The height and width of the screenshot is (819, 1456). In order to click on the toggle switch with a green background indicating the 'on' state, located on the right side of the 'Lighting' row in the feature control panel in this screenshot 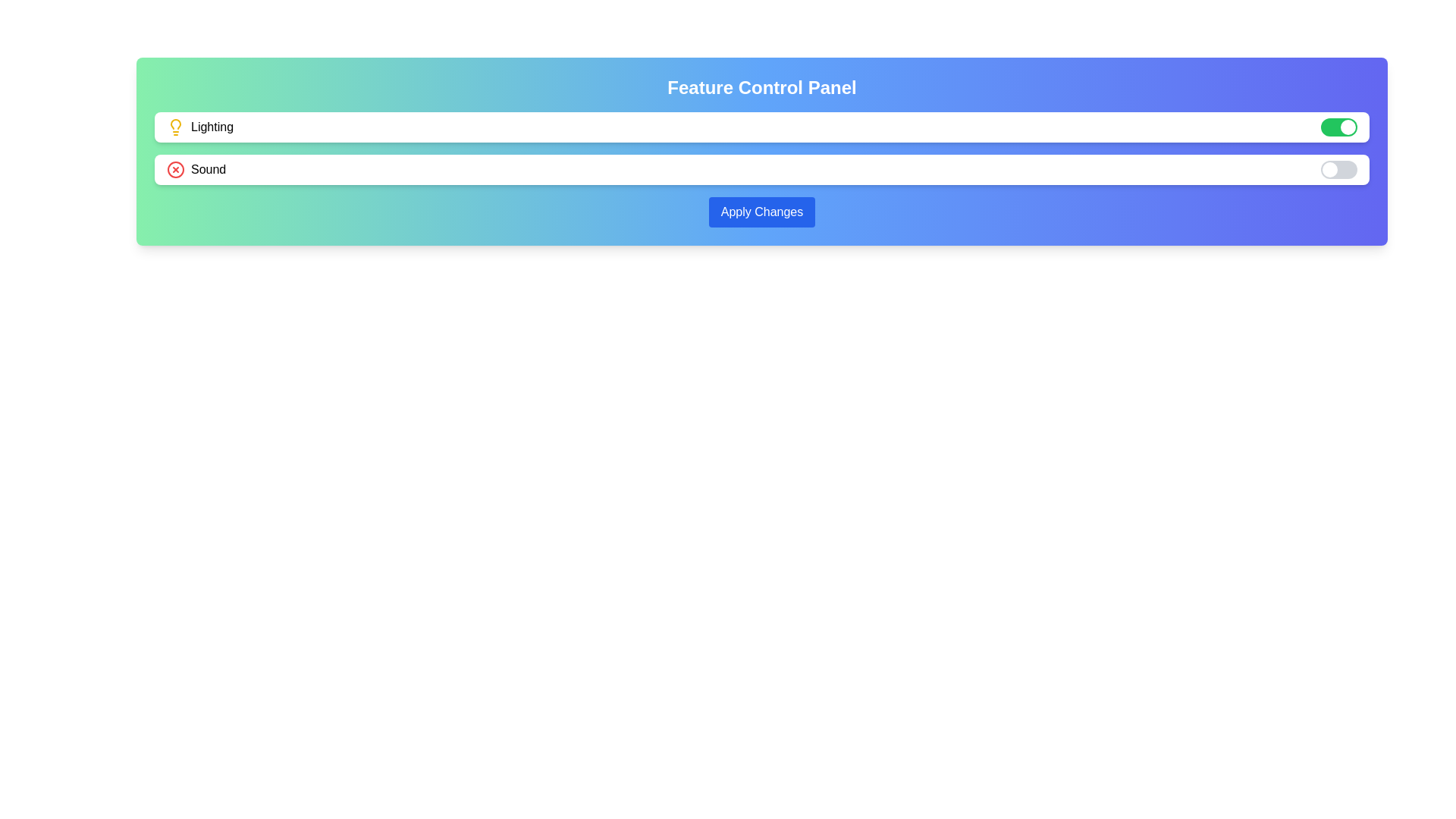, I will do `click(1339, 127)`.